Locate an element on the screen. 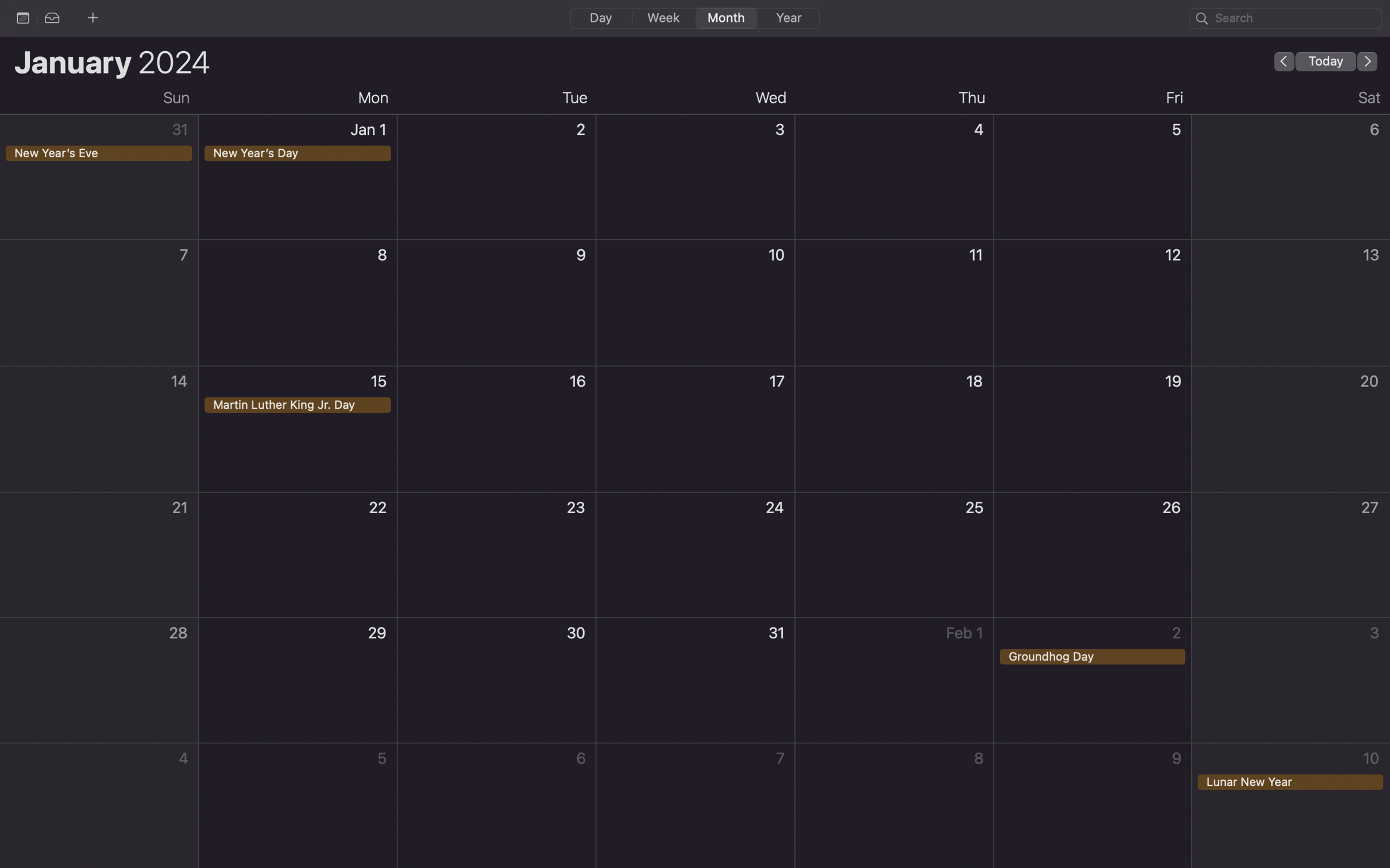 This screenshot has height=868, width=1390. Schedule an event titled Lunar New Year is located at coordinates (1291, 803).